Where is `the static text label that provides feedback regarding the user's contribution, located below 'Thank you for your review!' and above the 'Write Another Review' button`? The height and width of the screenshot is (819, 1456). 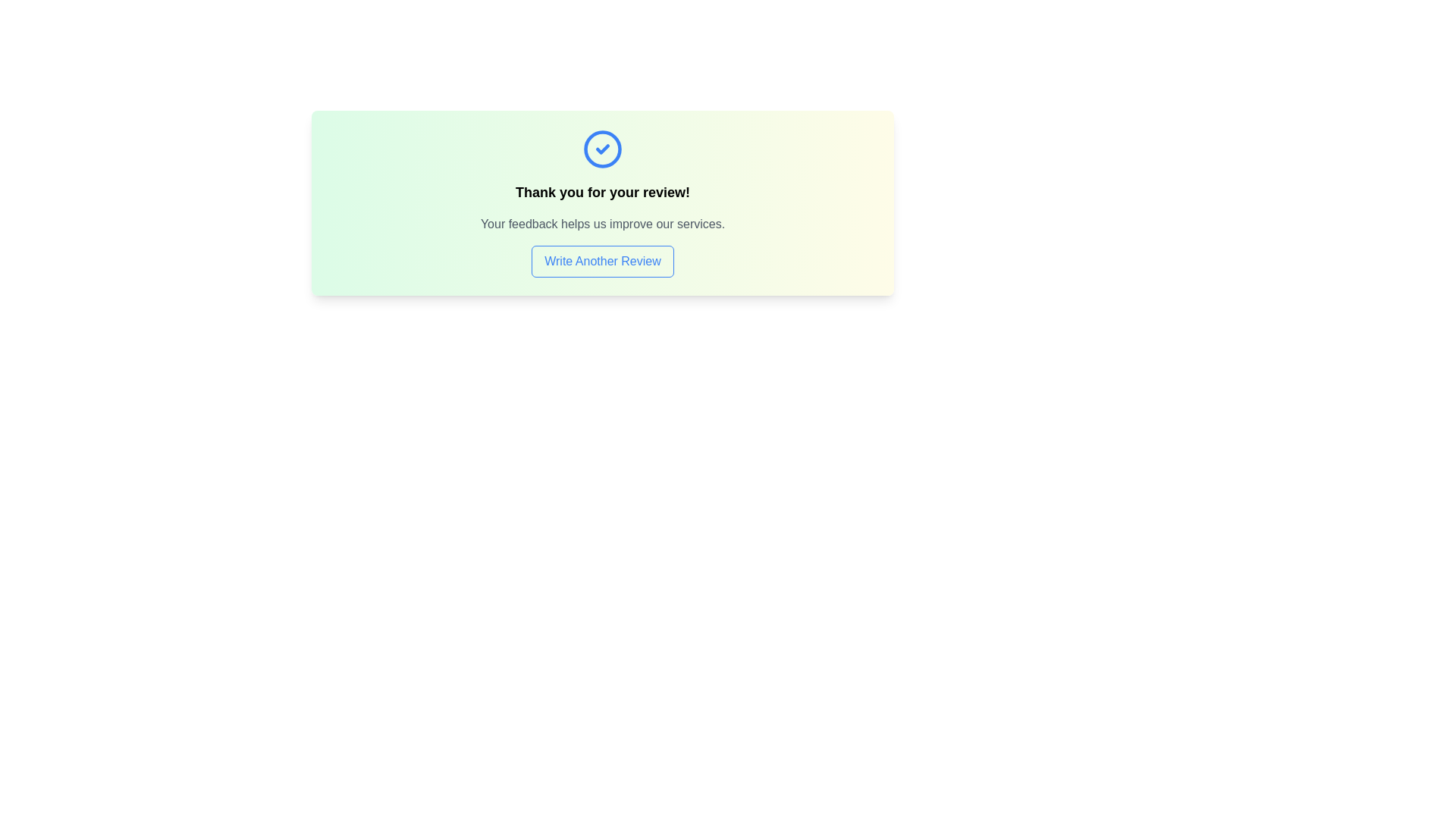
the static text label that provides feedback regarding the user's contribution, located below 'Thank you for your review!' and above the 'Write Another Review' button is located at coordinates (602, 224).